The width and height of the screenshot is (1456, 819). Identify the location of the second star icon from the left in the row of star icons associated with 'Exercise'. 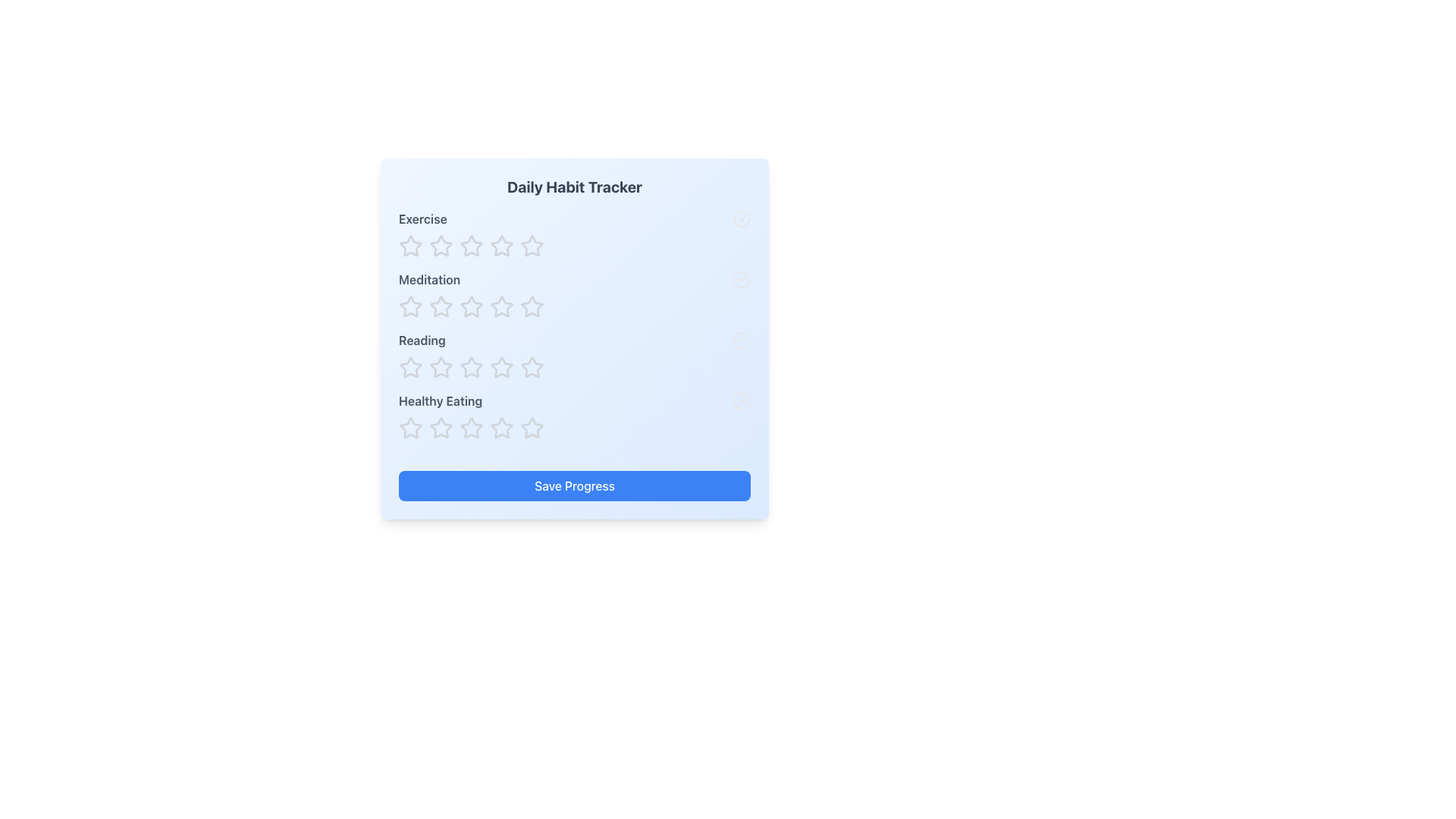
(469, 245).